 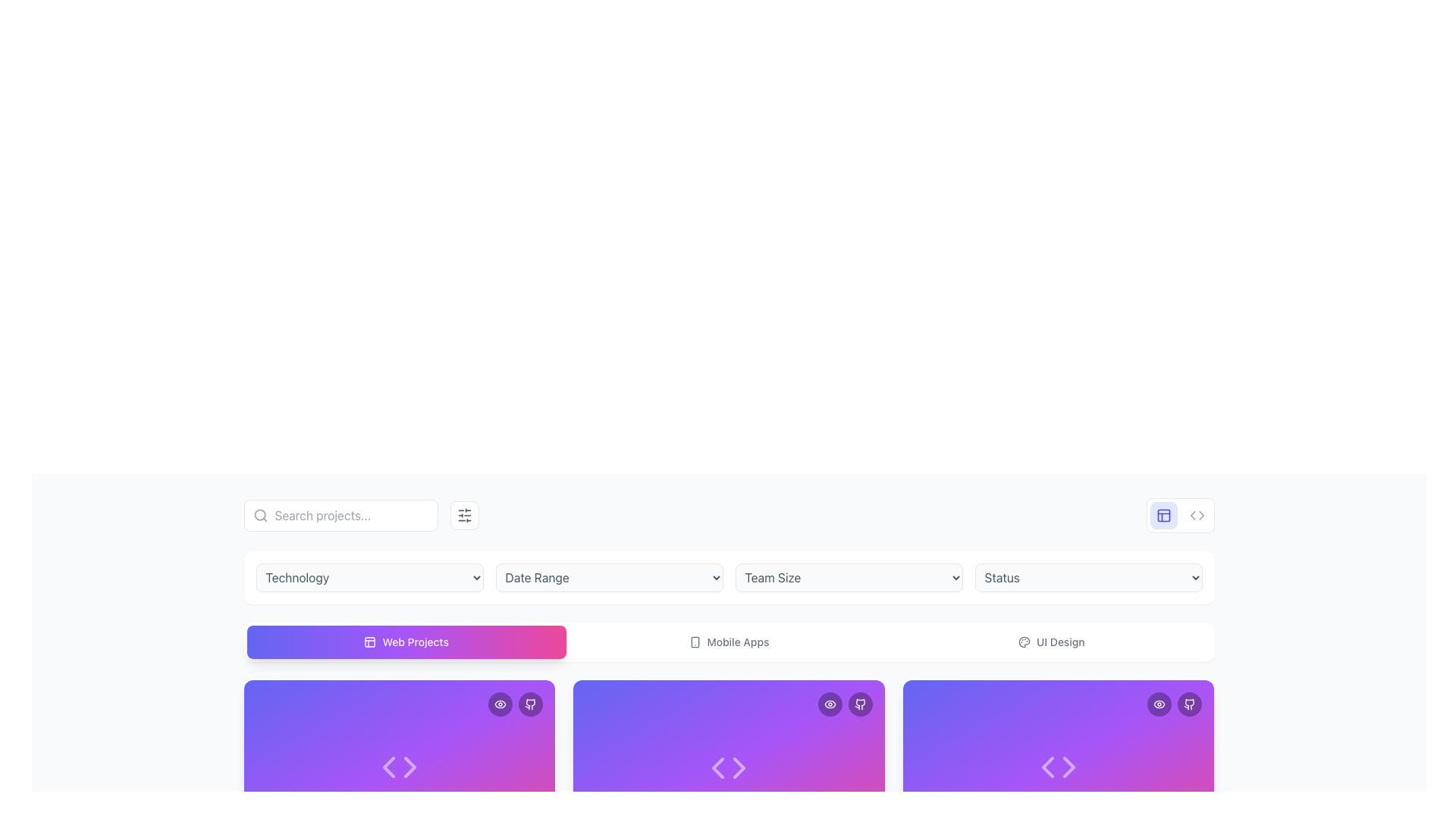 What do you see at coordinates (409, 767) in the screenshot?
I see `the right-pointing Navigation Arrow Icon located at the bottom center of the card interface, which is the second arrow from the left` at bounding box center [409, 767].